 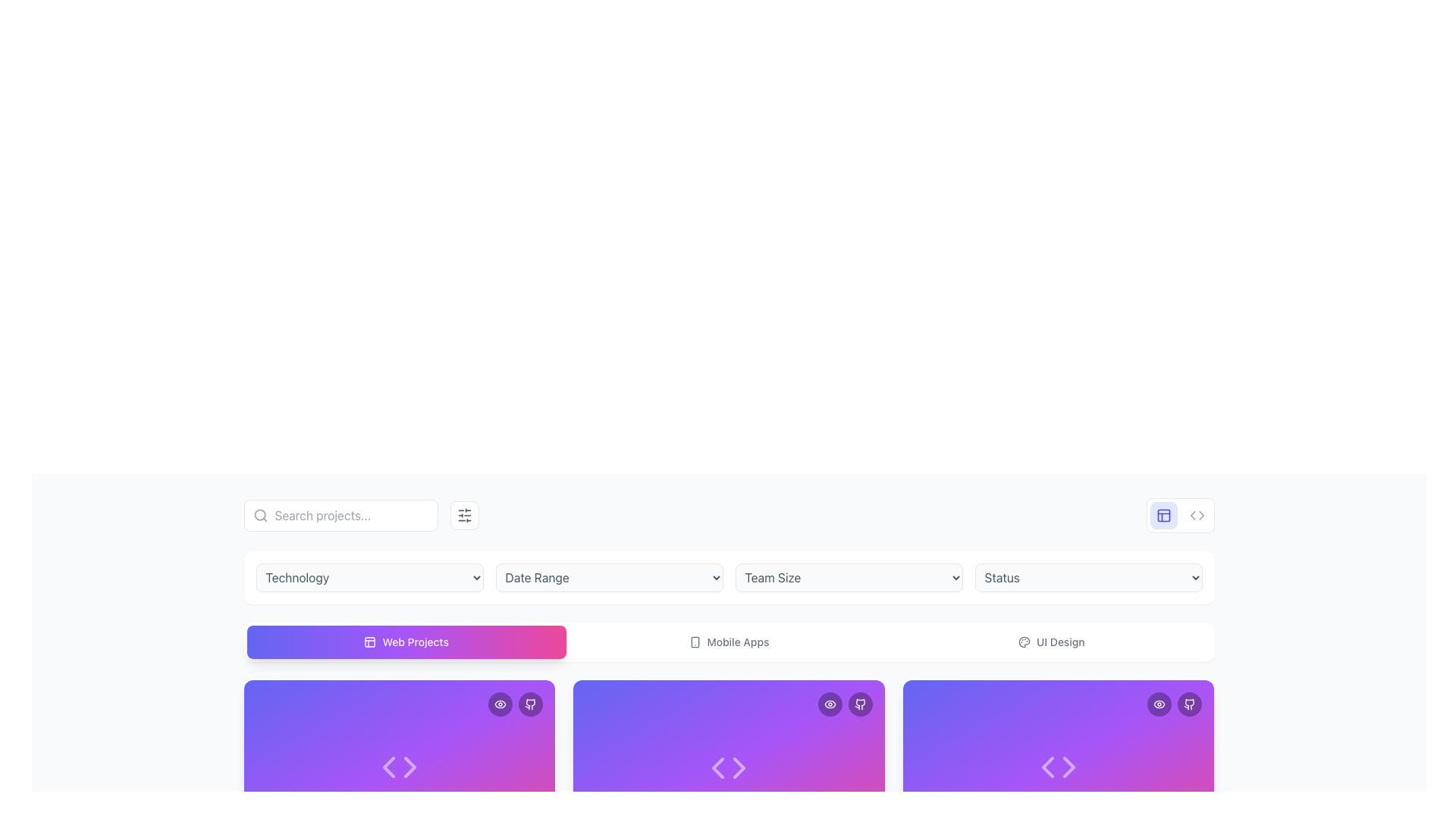 What do you see at coordinates (409, 767) in the screenshot?
I see `the right-pointing Navigation Arrow Icon located at the bottom center of the card interface, which is the second arrow from the left` at bounding box center [409, 767].